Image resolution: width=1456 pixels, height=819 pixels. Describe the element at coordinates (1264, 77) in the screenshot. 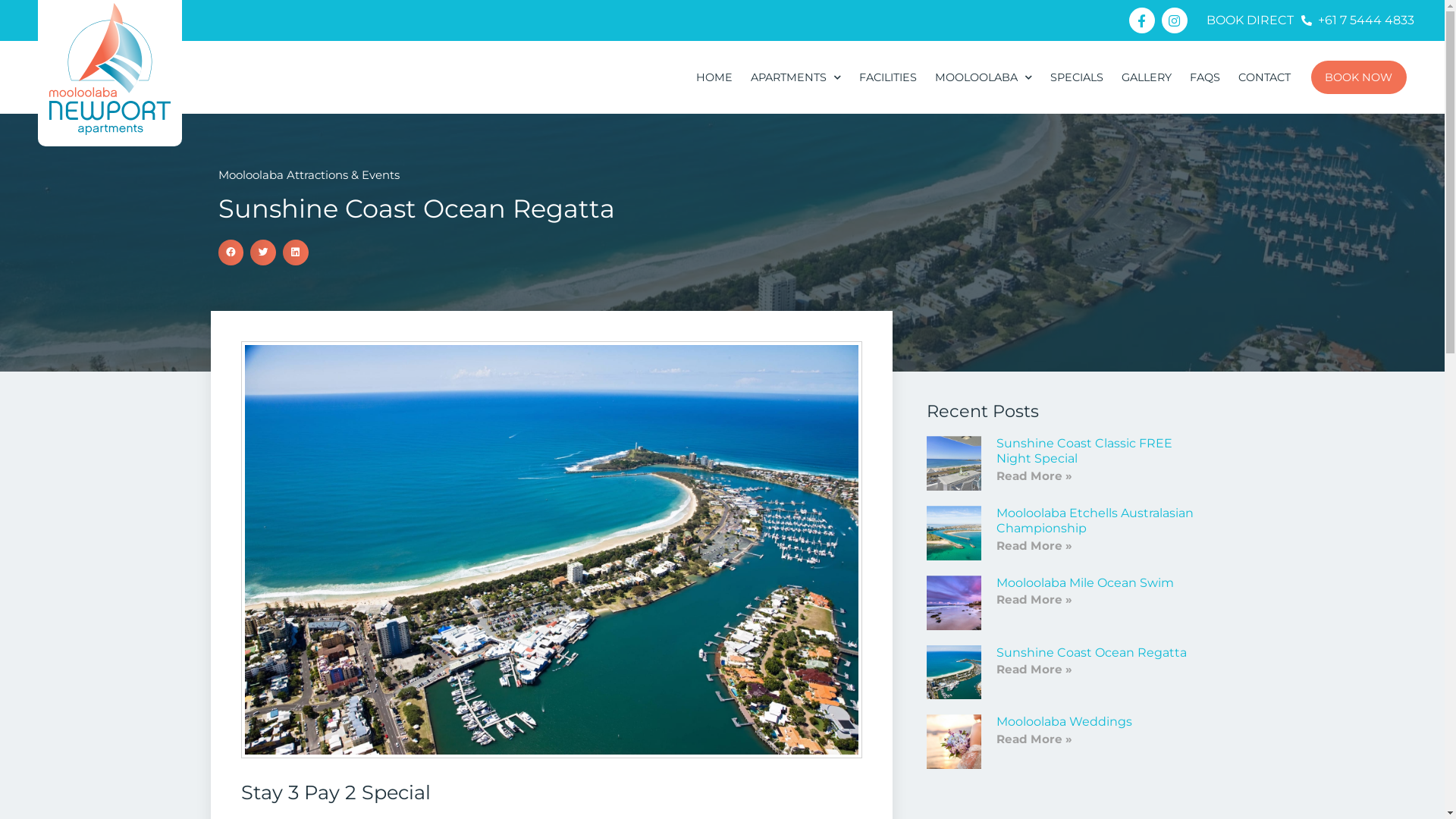

I see `'CONTACT'` at that location.